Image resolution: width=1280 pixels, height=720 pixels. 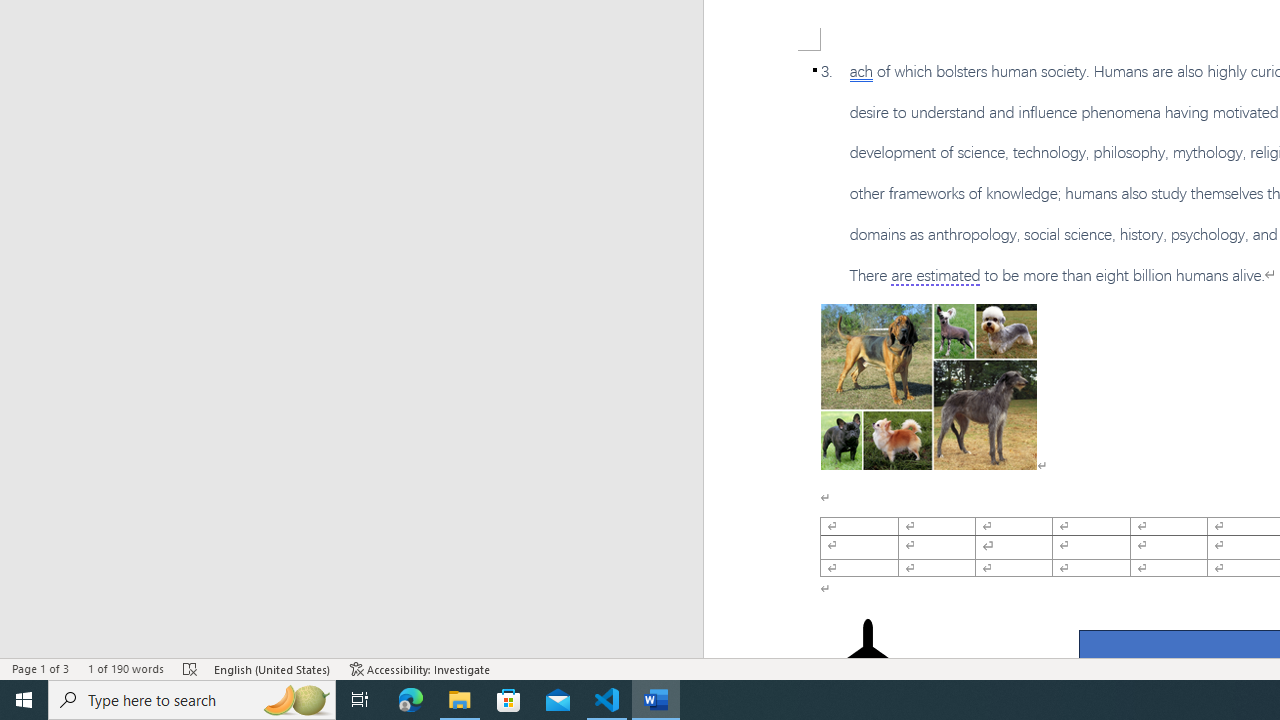 What do you see at coordinates (191, 669) in the screenshot?
I see `'Spelling and Grammar Check Errors'` at bounding box center [191, 669].